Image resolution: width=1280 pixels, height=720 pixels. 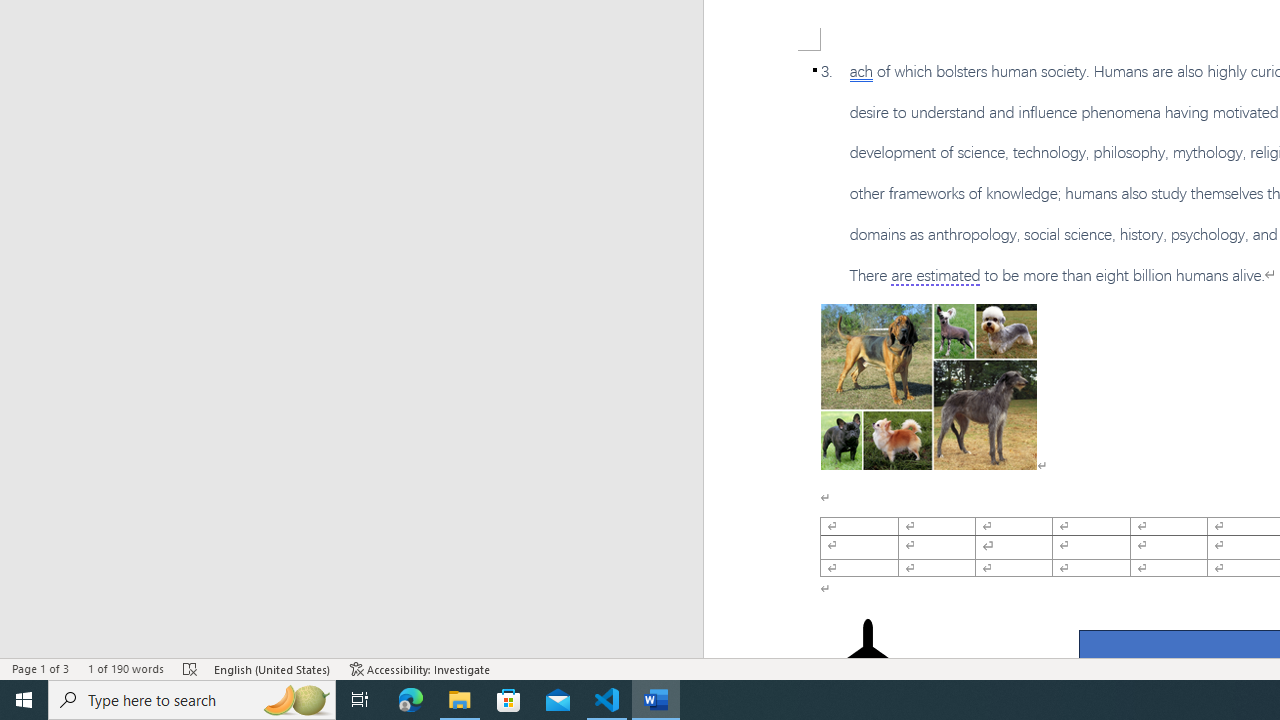 What do you see at coordinates (191, 669) in the screenshot?
I see `'Spelling and Grammar Check Errors'` at bounding box center [191, 669].